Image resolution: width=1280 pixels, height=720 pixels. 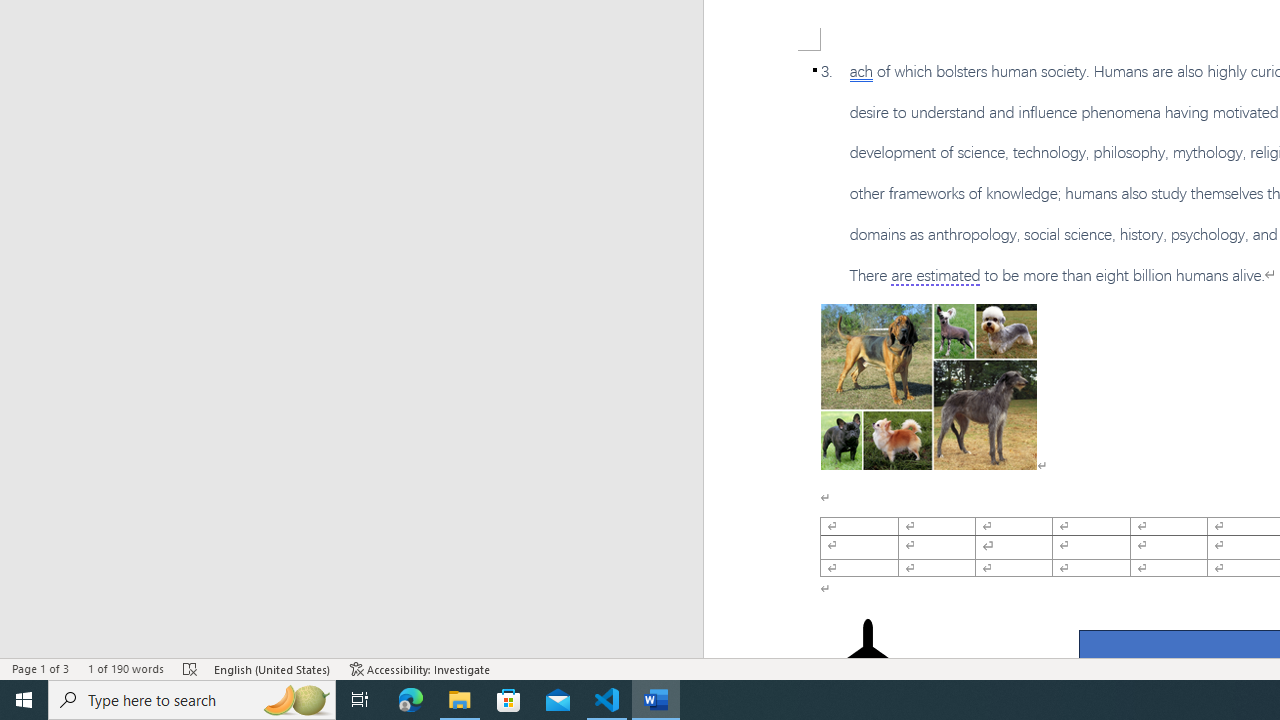 What do you see at coordinates (191, 669) in the screenshot?
I see `'Spelling and Grammar Check Errors'` at bounding box center [191, 669].